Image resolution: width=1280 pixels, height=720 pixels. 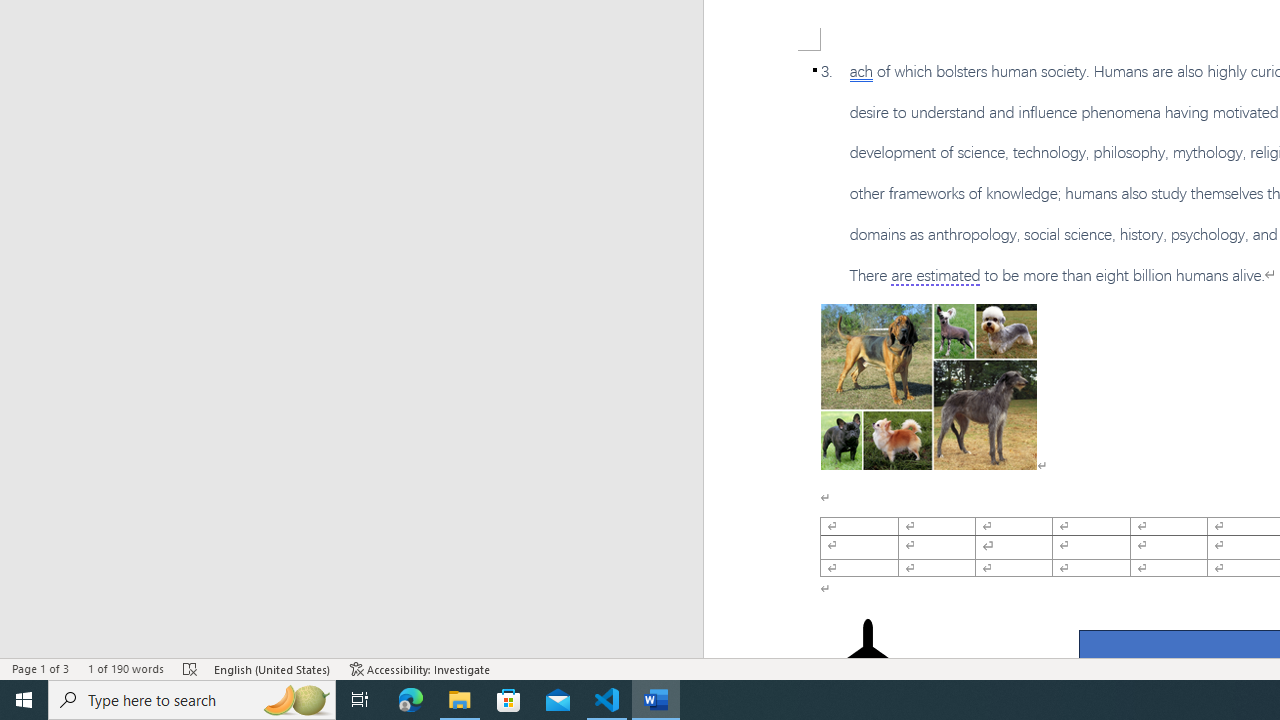 What do you see at coordinates (191, 669) in the screenshot?
I see `'Spelling and Grammar Check Errors'` at bounding box center [191, 669].